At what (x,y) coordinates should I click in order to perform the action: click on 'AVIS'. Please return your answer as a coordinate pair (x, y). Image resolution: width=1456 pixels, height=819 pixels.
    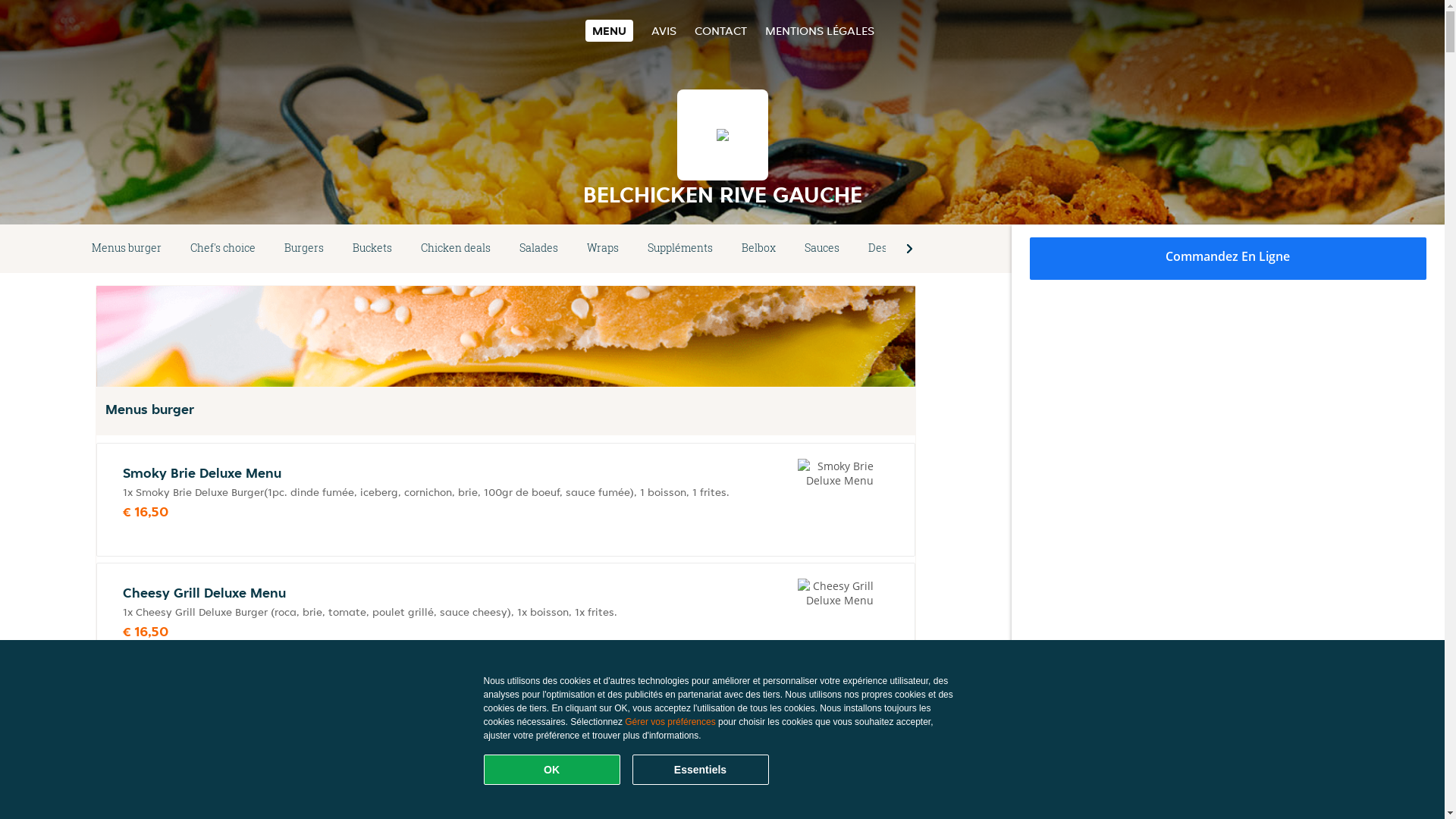
    Looking at the image, I should click on (664, 30).